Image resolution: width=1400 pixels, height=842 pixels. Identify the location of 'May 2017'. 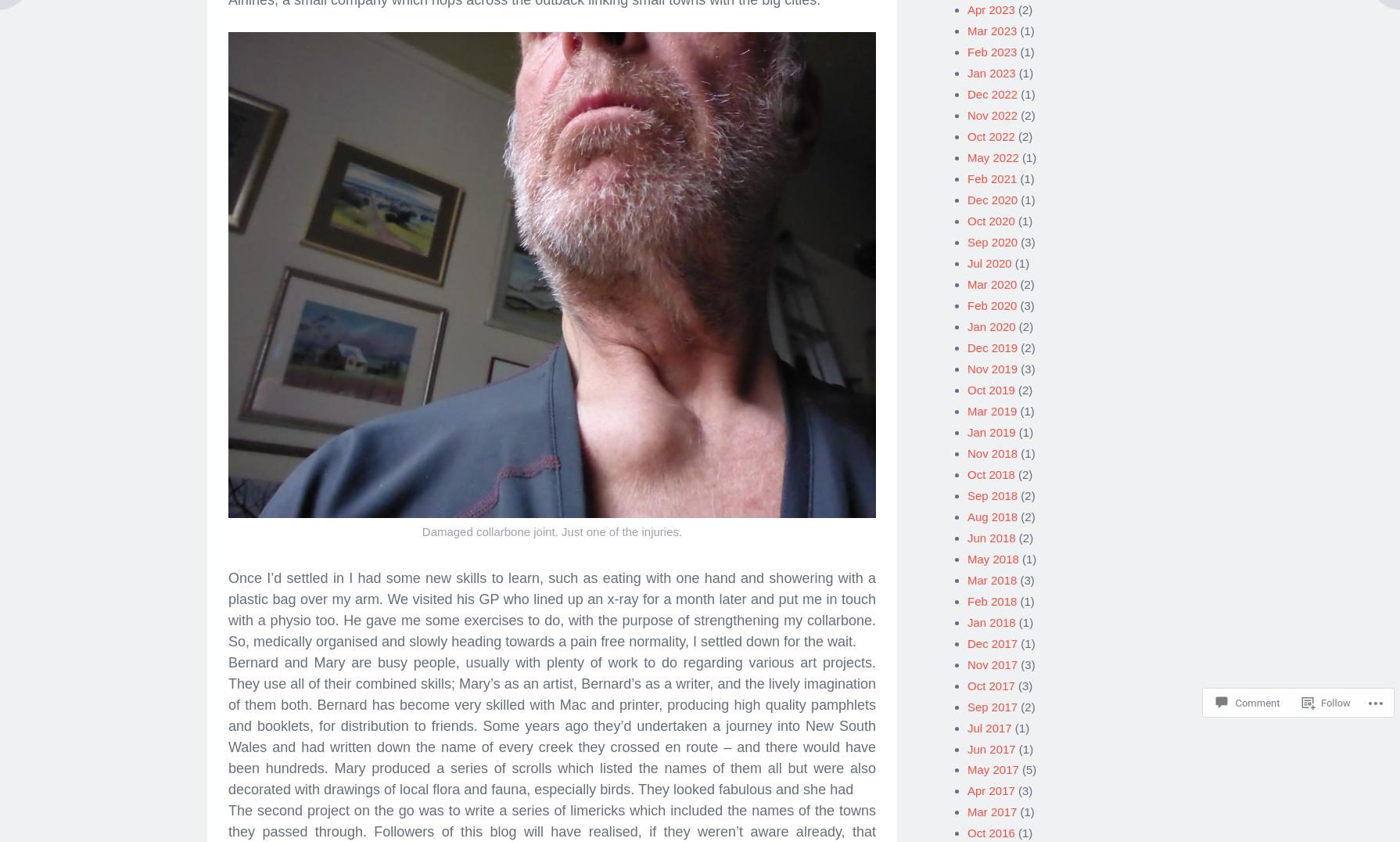
(993, 764).